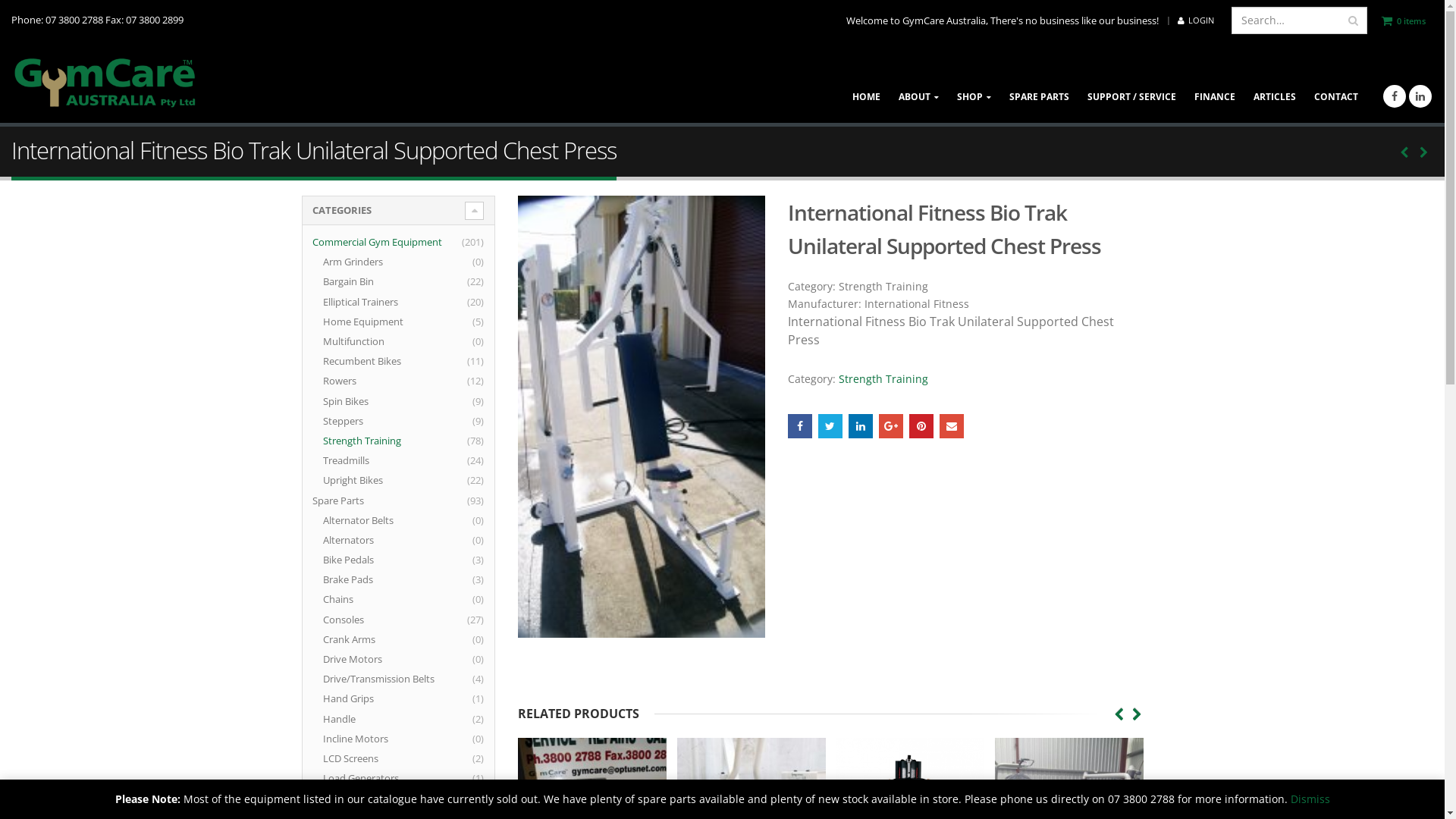  I want to click on 'ABOUT', so click(889, 82).